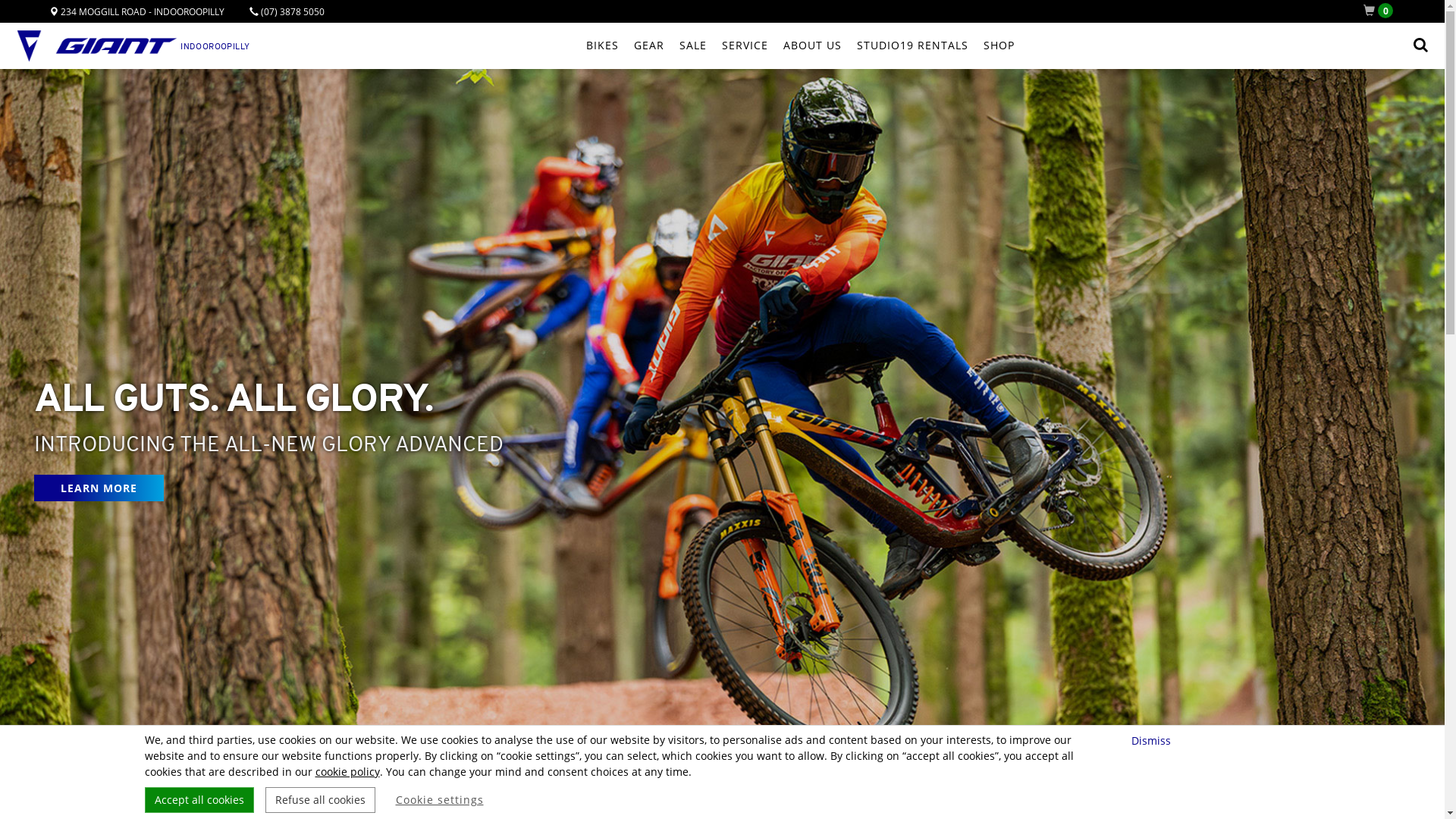 This screenshot has height=819, width=1456. I want to click on 'cookie policy', so click(347, 771).